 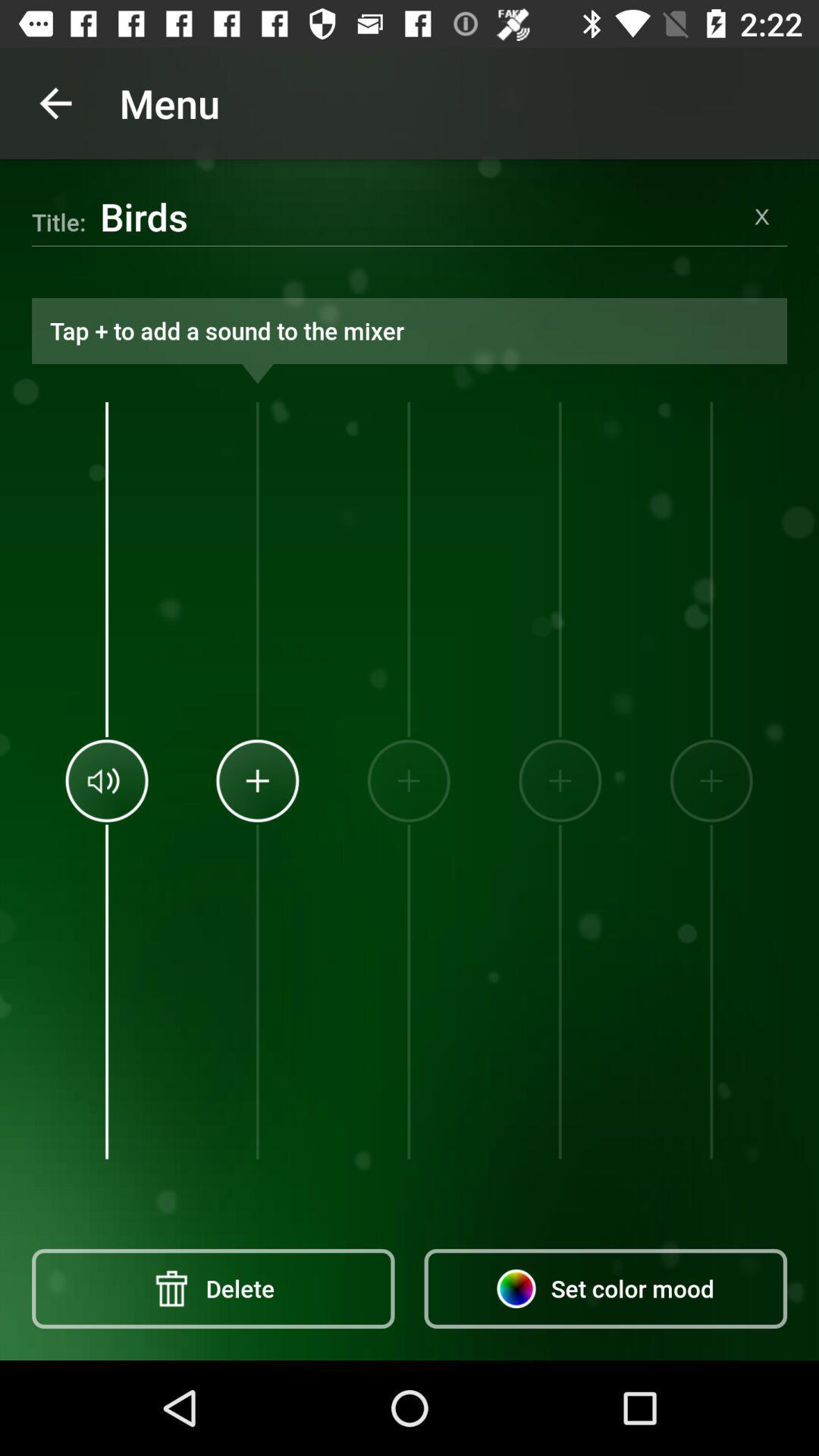 I want to click on the item below the tap to add item, so click(x=408, y=780).